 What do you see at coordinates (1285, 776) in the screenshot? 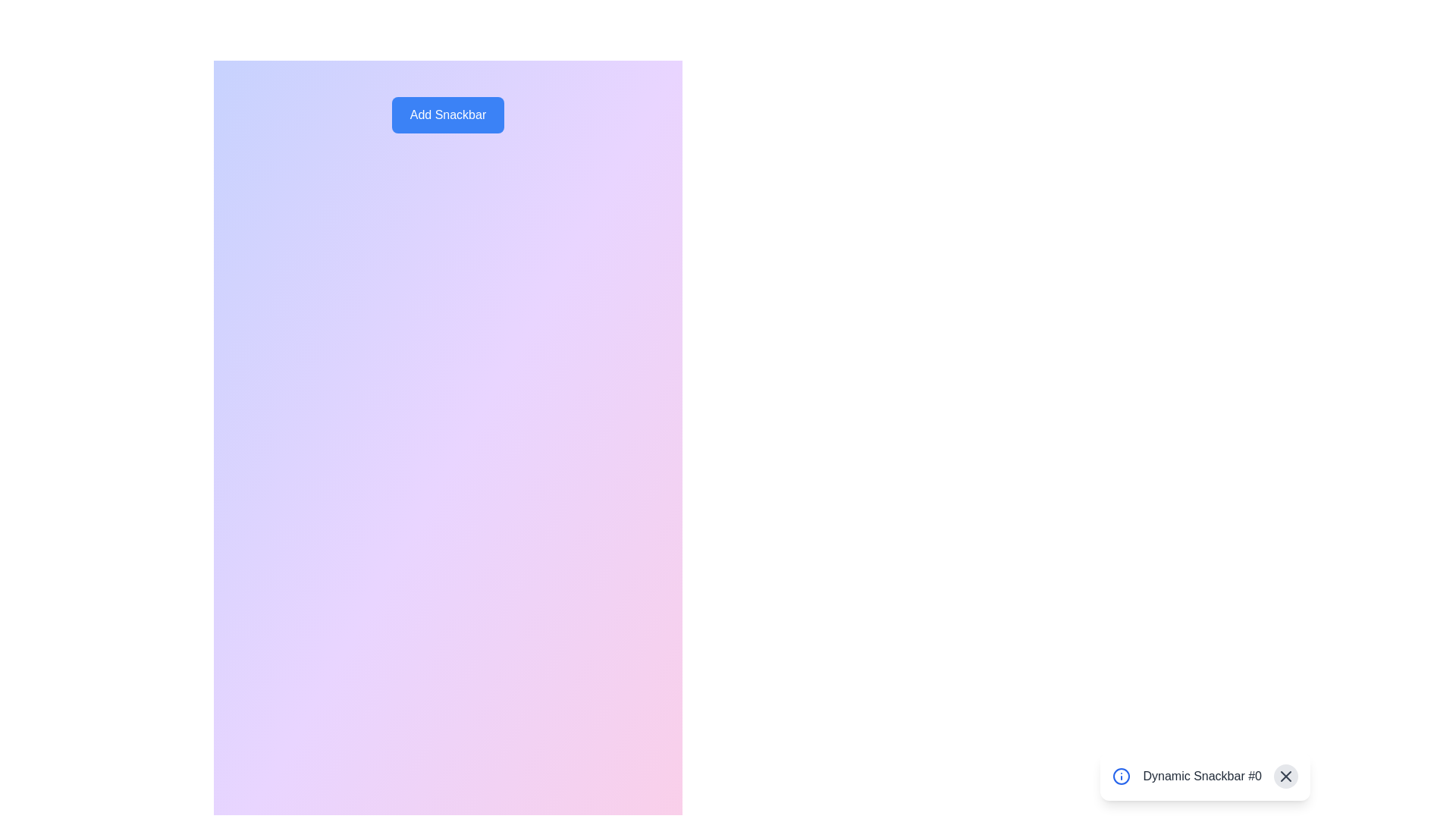
I see `the close button represented by an 'X' icon in dark gray color` at bounding box center [1285, 776].